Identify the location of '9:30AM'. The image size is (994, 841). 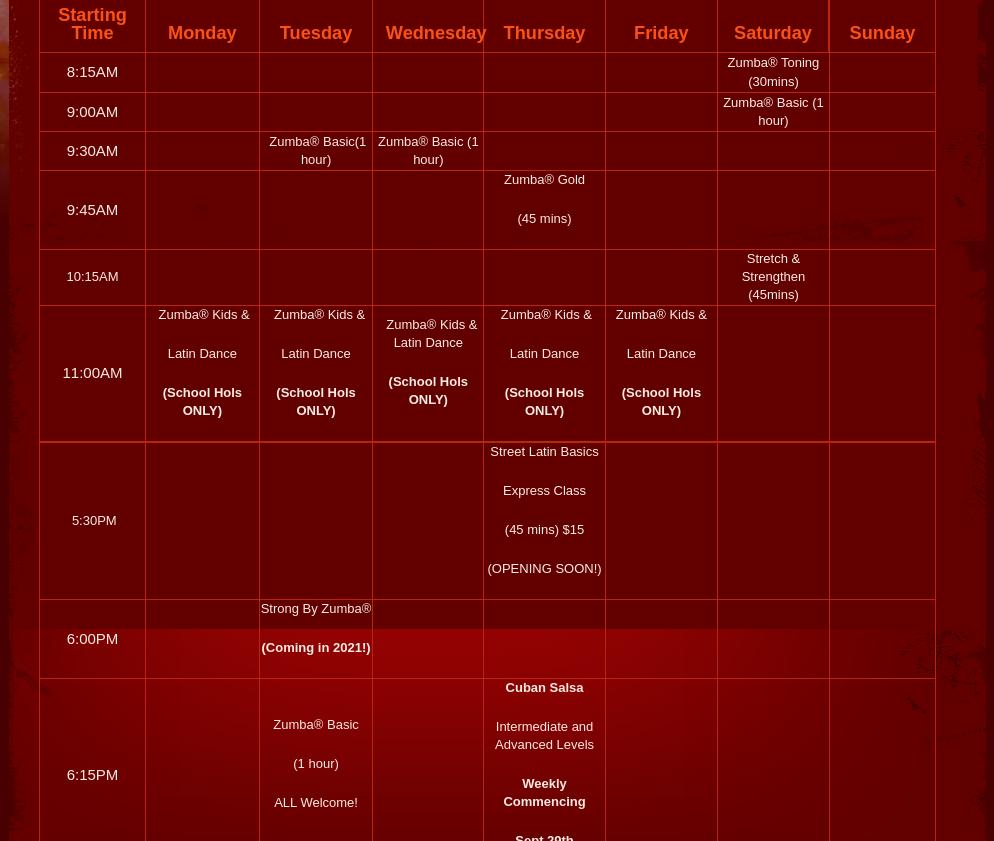
(92, 148).